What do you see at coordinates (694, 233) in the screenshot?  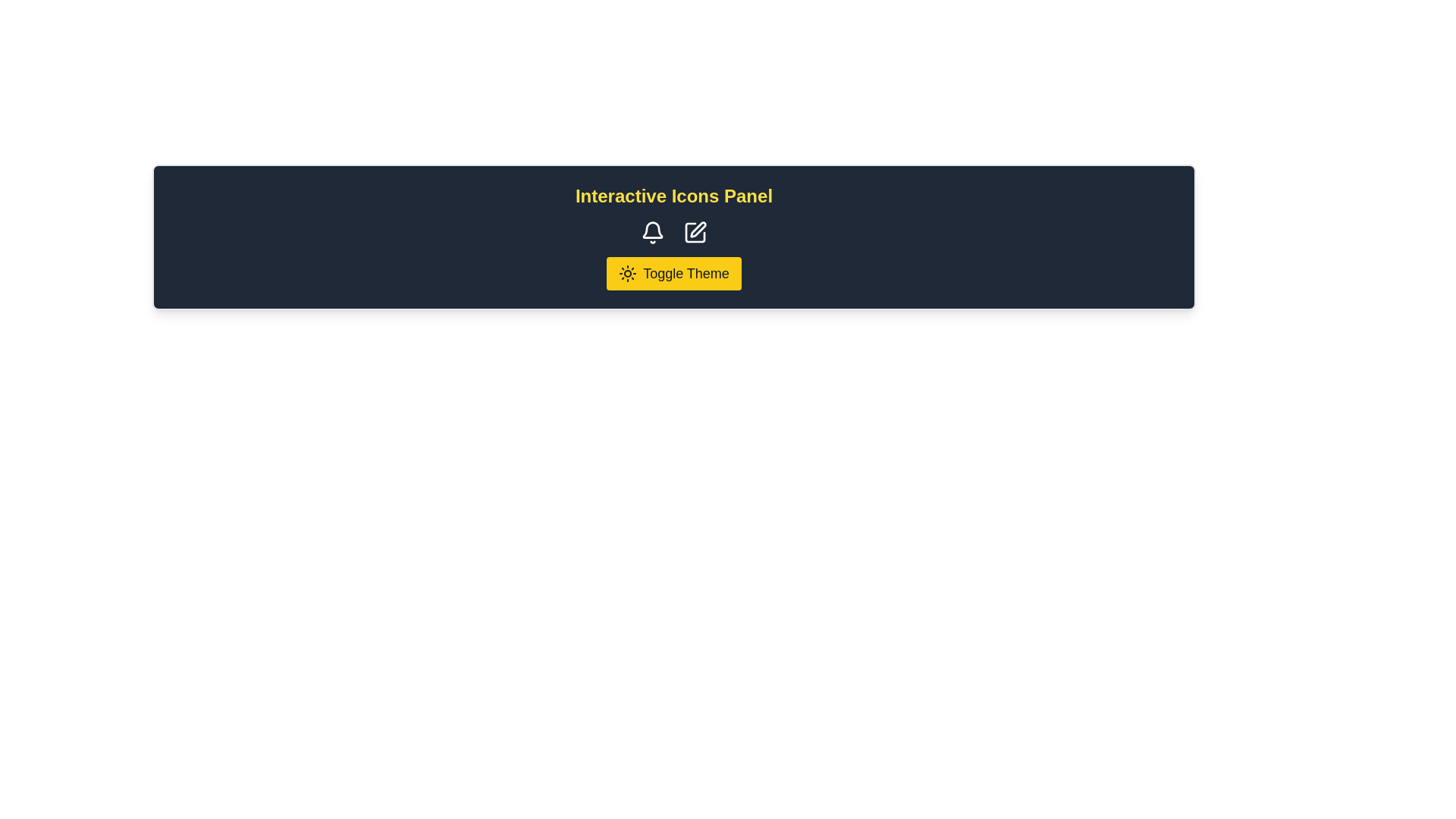 I see `the rectangular icon with a pen or square design located to the right of the bell icon in the header section of the application` at bounding box center [694, 233].